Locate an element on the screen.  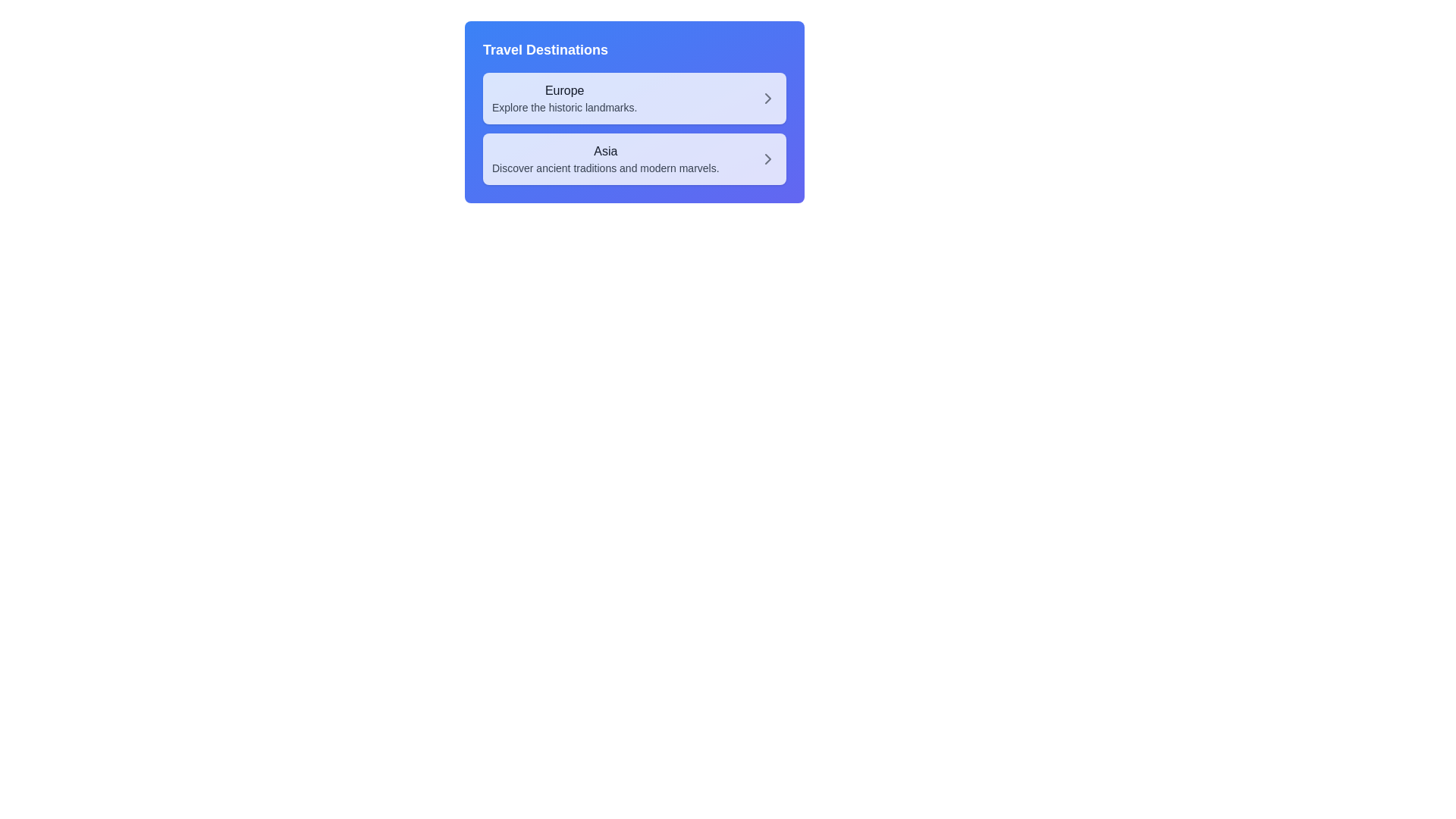
the text 'Explore the historic landmarks.' which is styled in a small, gray font and located beneath the header 'Europe' in the first card of the 'Travel Destinations' section is located at coordinates (563, 107).